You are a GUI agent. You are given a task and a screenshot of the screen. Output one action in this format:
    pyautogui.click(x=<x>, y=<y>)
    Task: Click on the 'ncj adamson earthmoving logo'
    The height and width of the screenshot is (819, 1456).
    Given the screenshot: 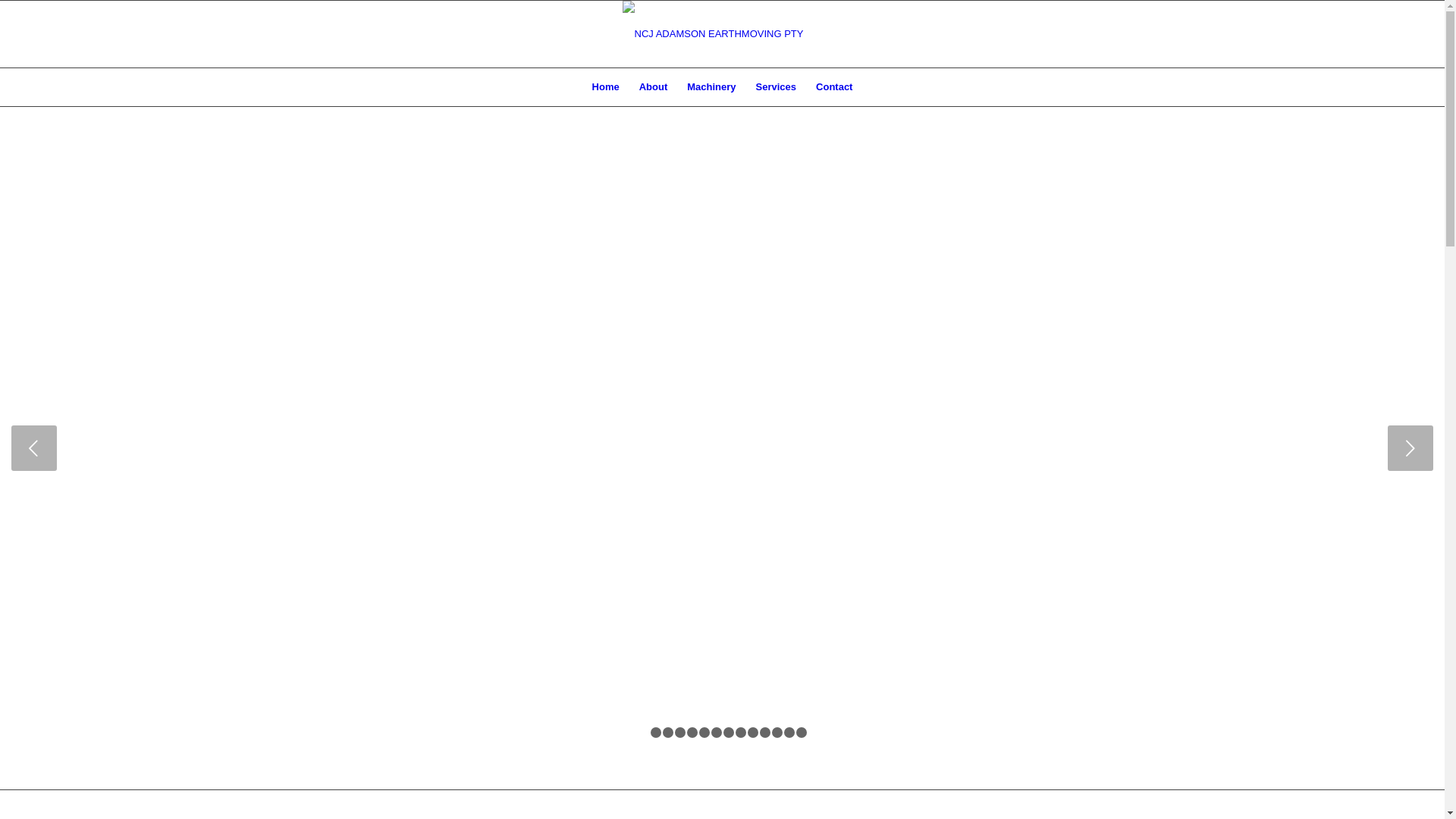 What is the action you would take?
    pyautogui.click(x=720, y=34)
    